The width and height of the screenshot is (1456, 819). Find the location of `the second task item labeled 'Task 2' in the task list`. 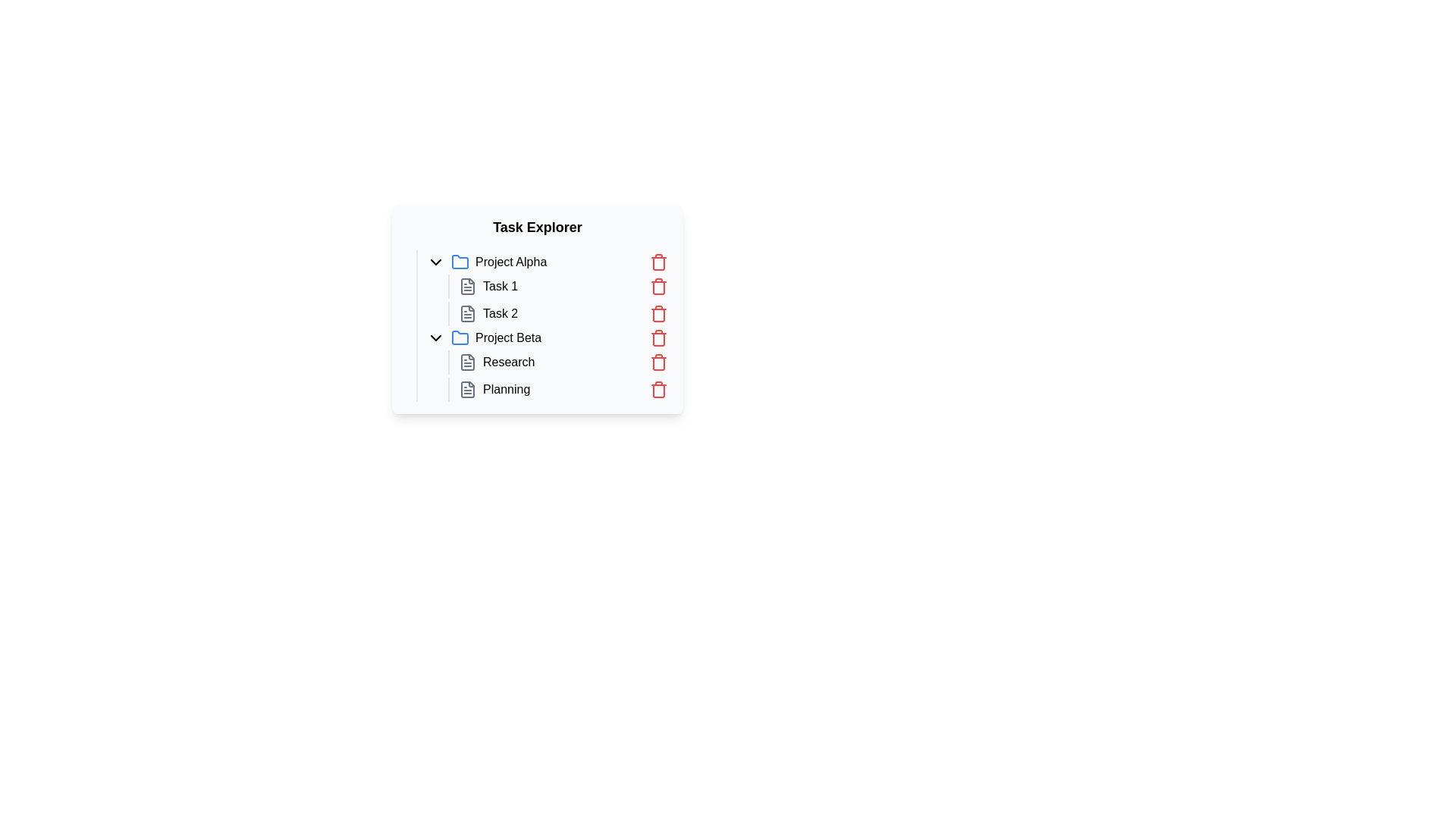

the second task item labeled 'Task 2' in the task list is located at coordinates (563, 312).